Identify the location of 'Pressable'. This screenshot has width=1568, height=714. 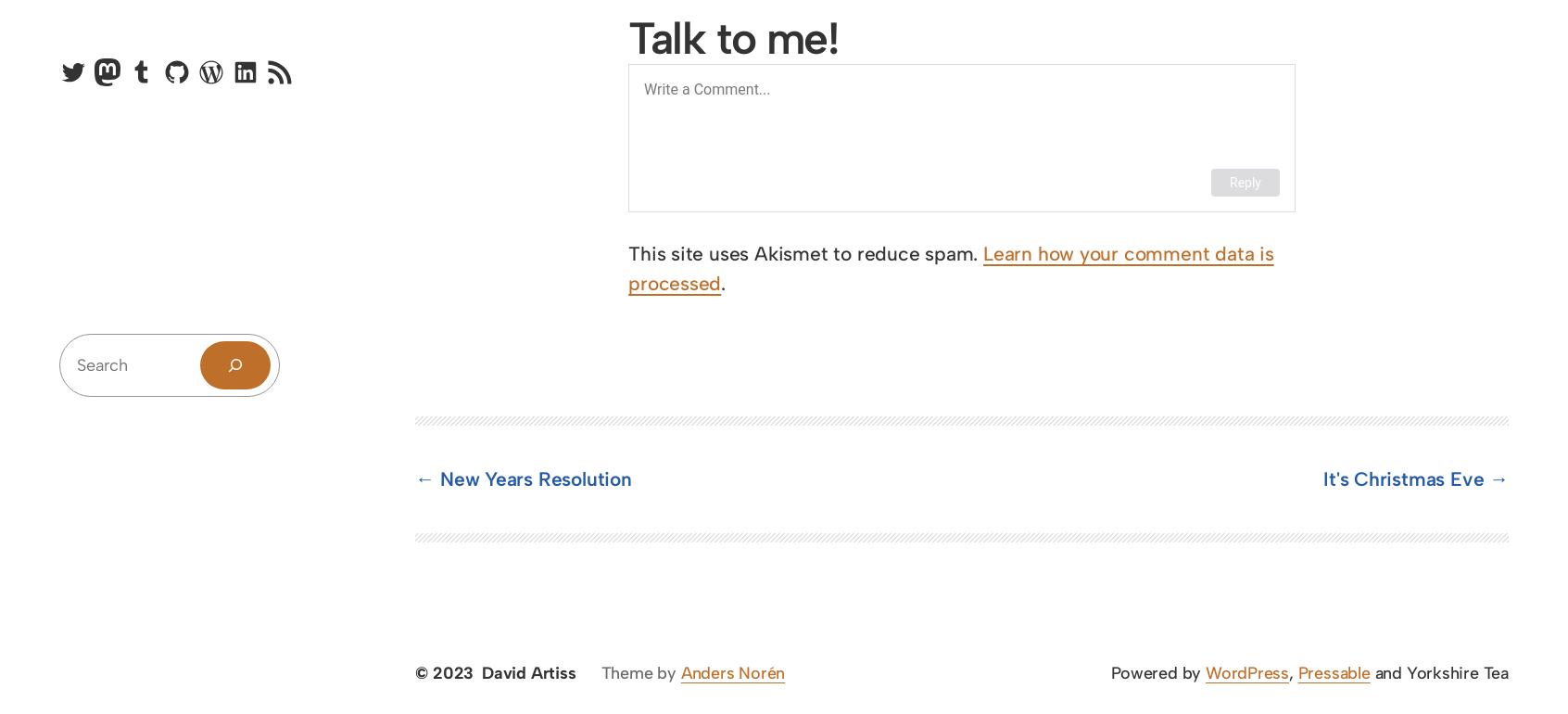
(1333, 672).